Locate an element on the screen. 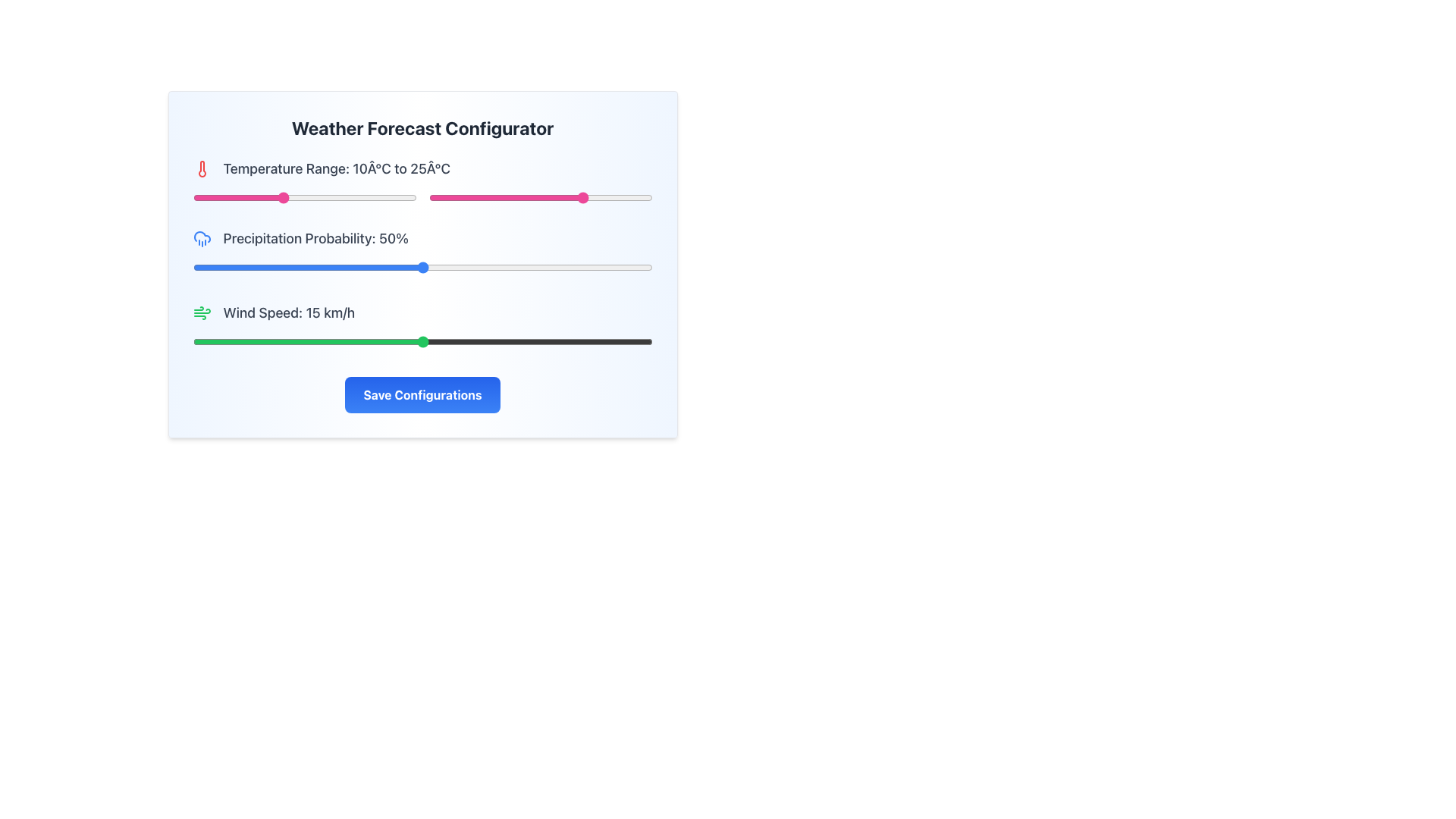  the precipitation probability is located at coordinates (555, 267).